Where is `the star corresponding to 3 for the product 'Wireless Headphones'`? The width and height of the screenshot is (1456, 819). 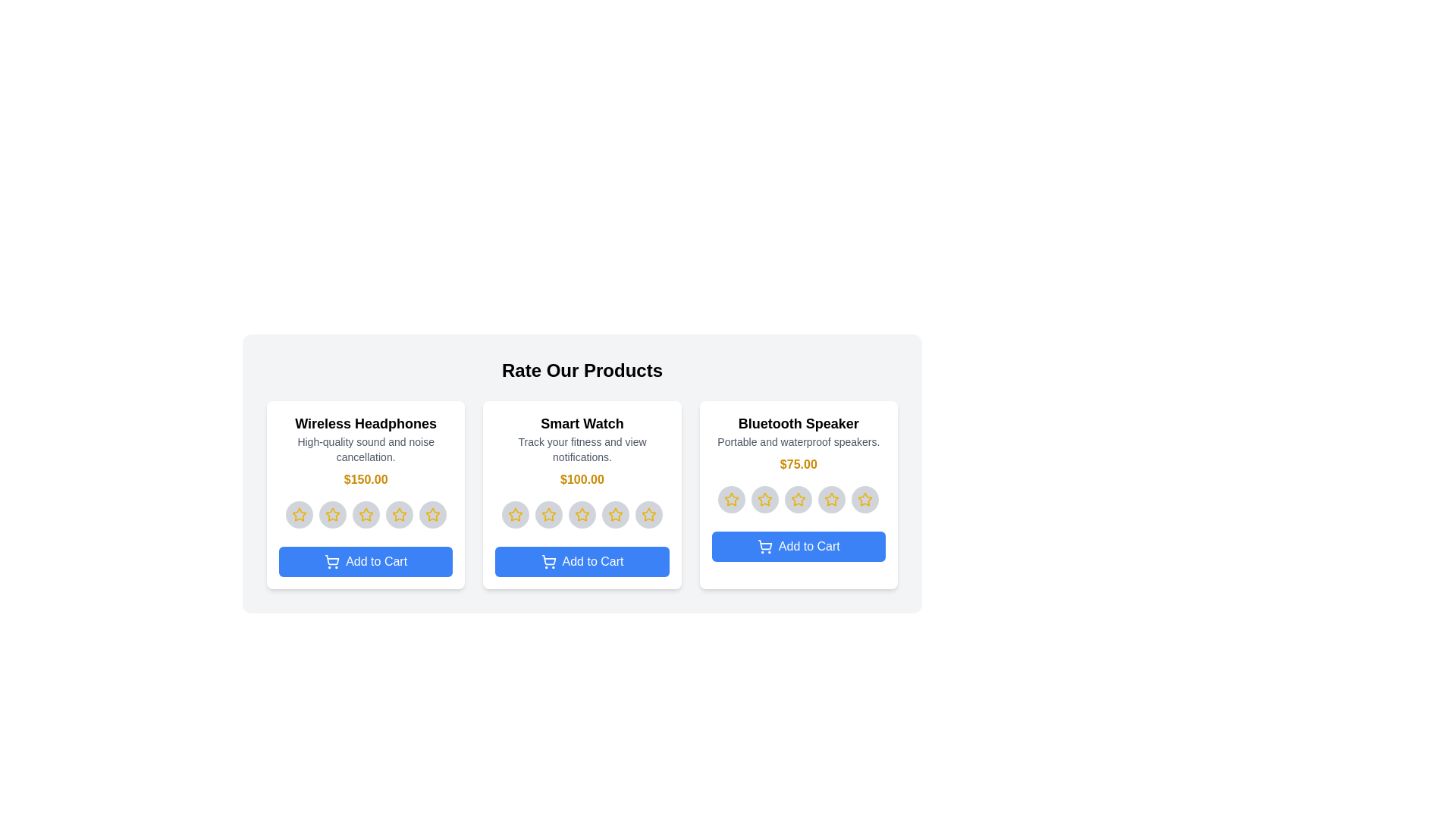
the star corresponding to 3 for the product 'Wireless Headphones' is located at coordinates (366, 513).